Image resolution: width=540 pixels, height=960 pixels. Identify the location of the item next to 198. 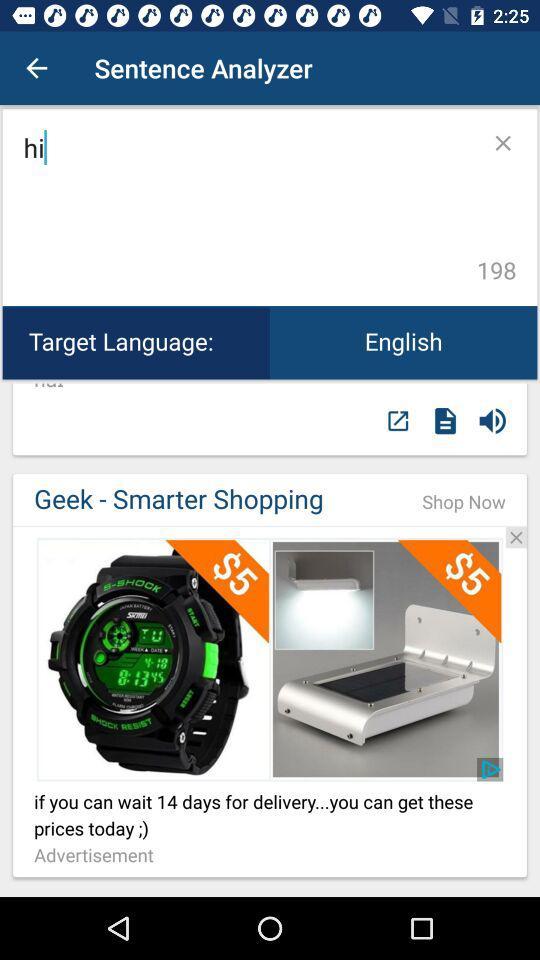
(246, 207).